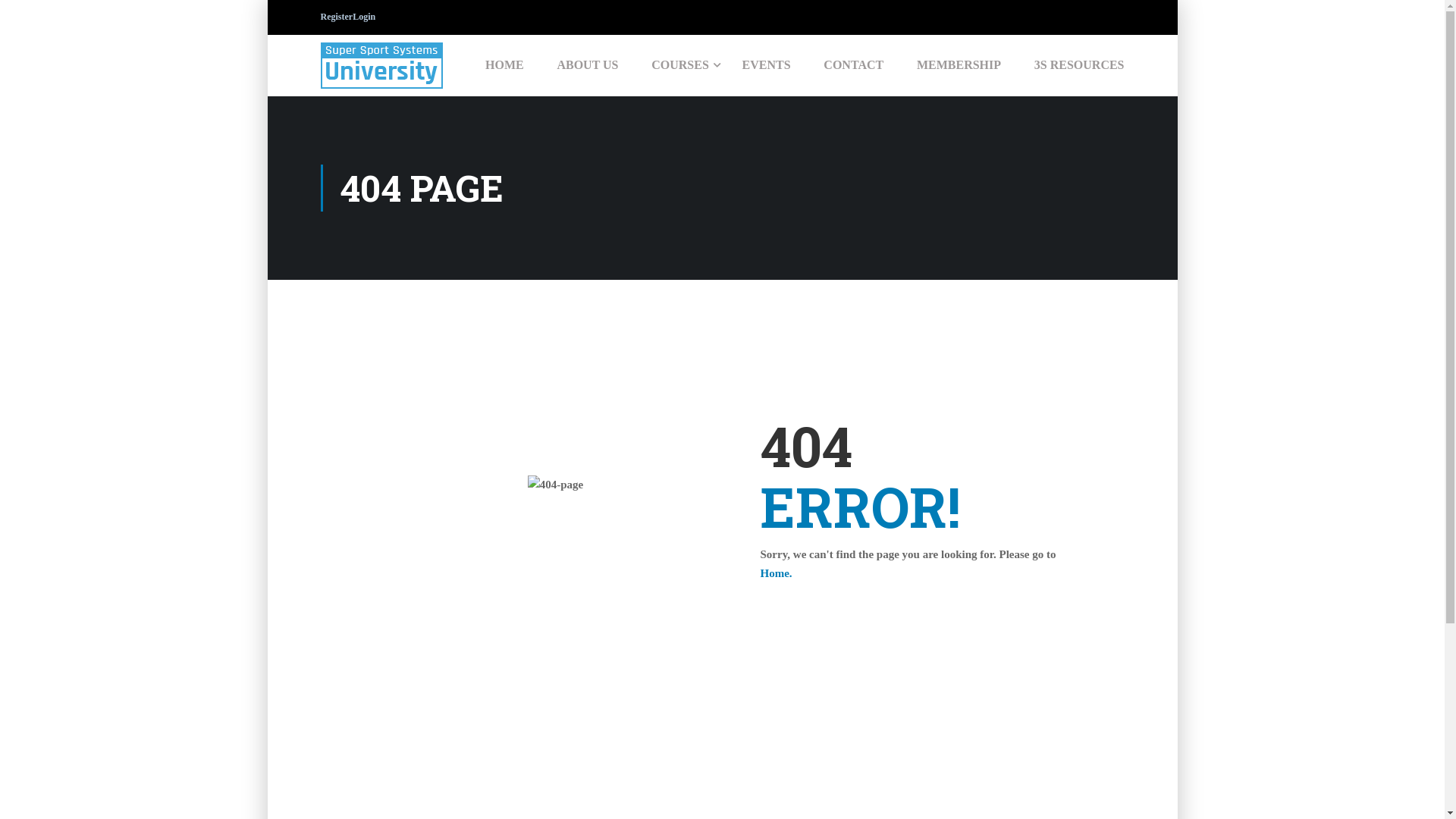 Image resolution: width=1456 pixels, height=819 pixels. Describe the element at coordinates (504, 64) in the screenshot. I see `'HOME'` at that location.